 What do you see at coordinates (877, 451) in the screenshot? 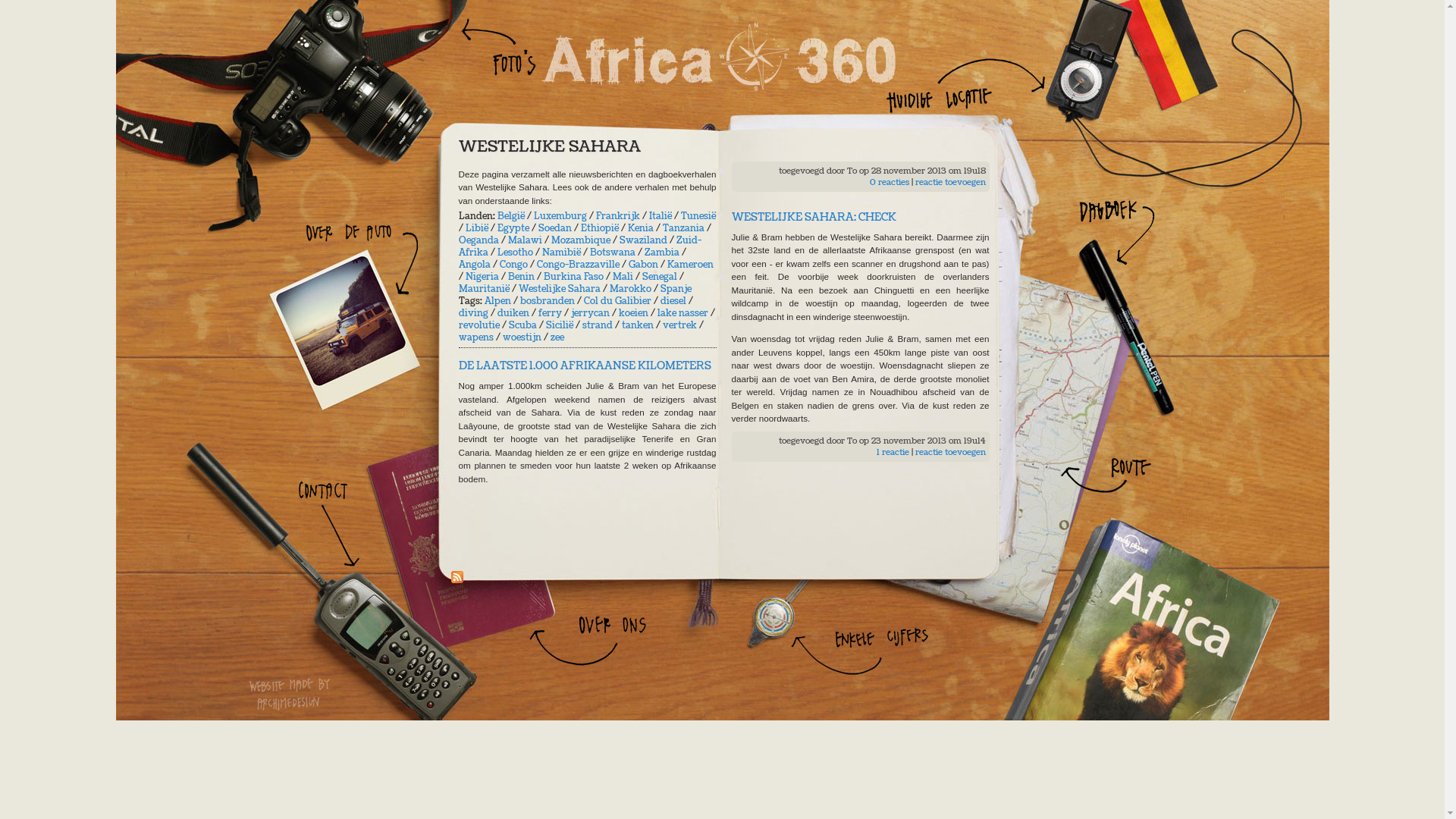
I see `'1 reactie'` at bounding box center [877, 451].